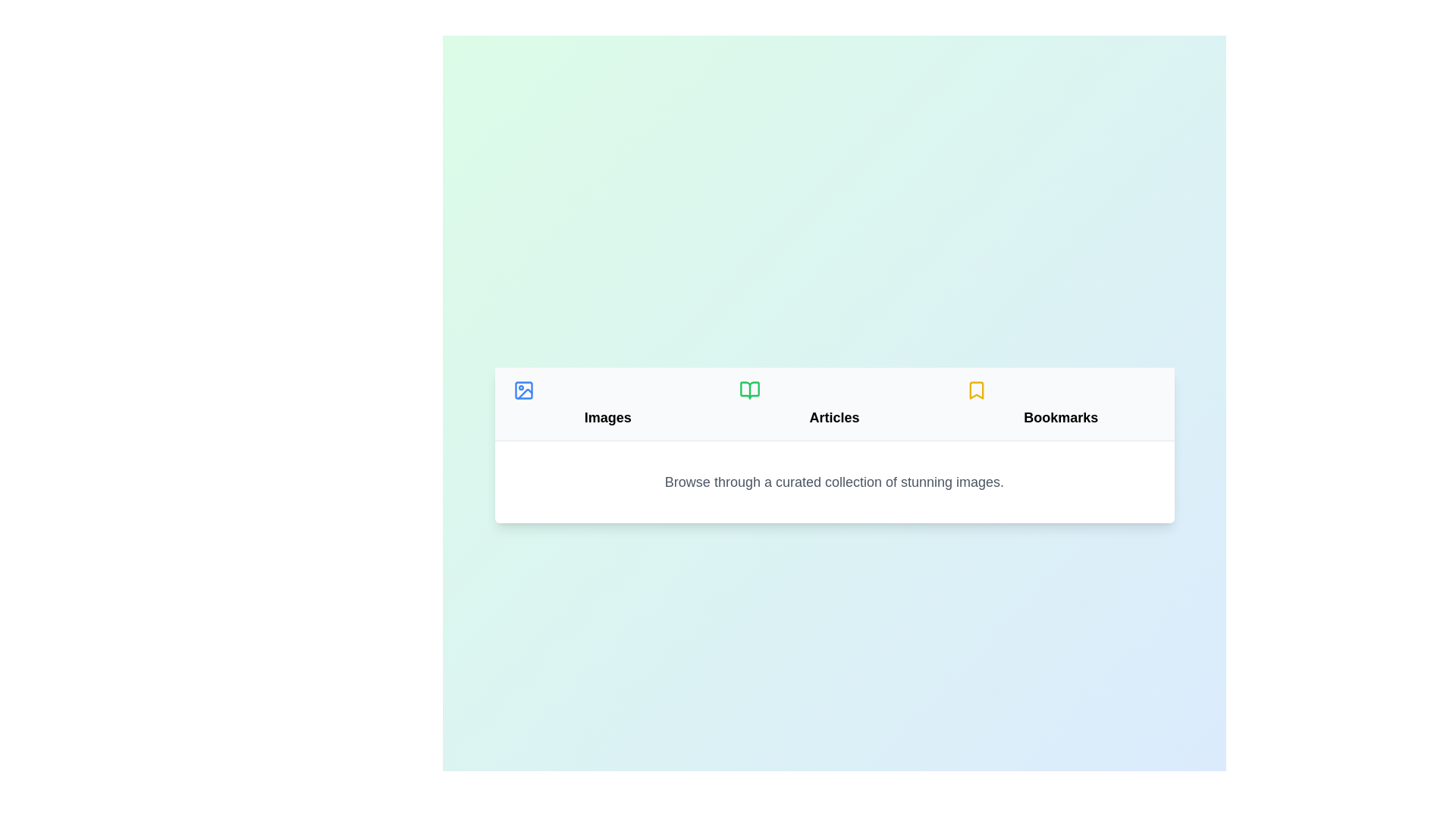 The height and width of the screenshot is (819, 1456). I want to click on the Articles tab, so click(833, 403).